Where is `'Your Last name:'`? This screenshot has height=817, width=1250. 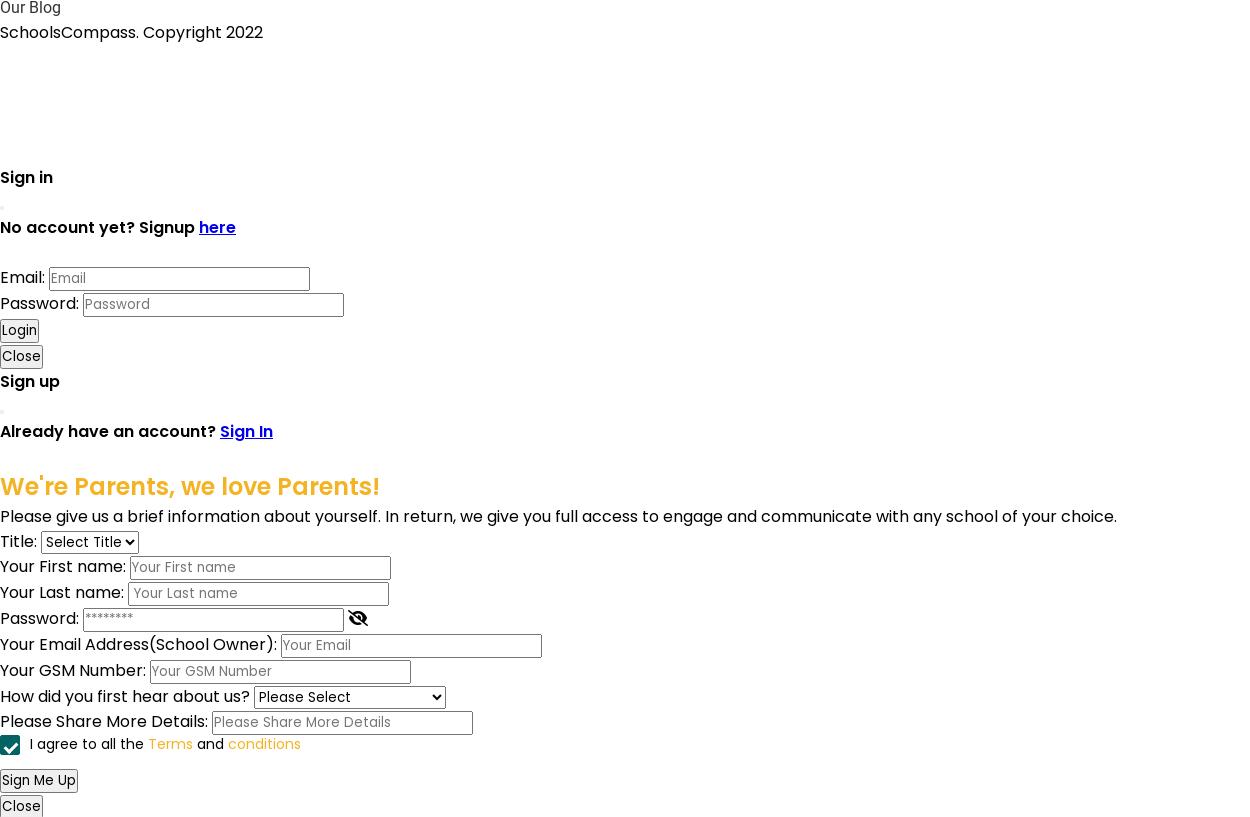
'Your Last name:' is located at coordinates (62, 592).